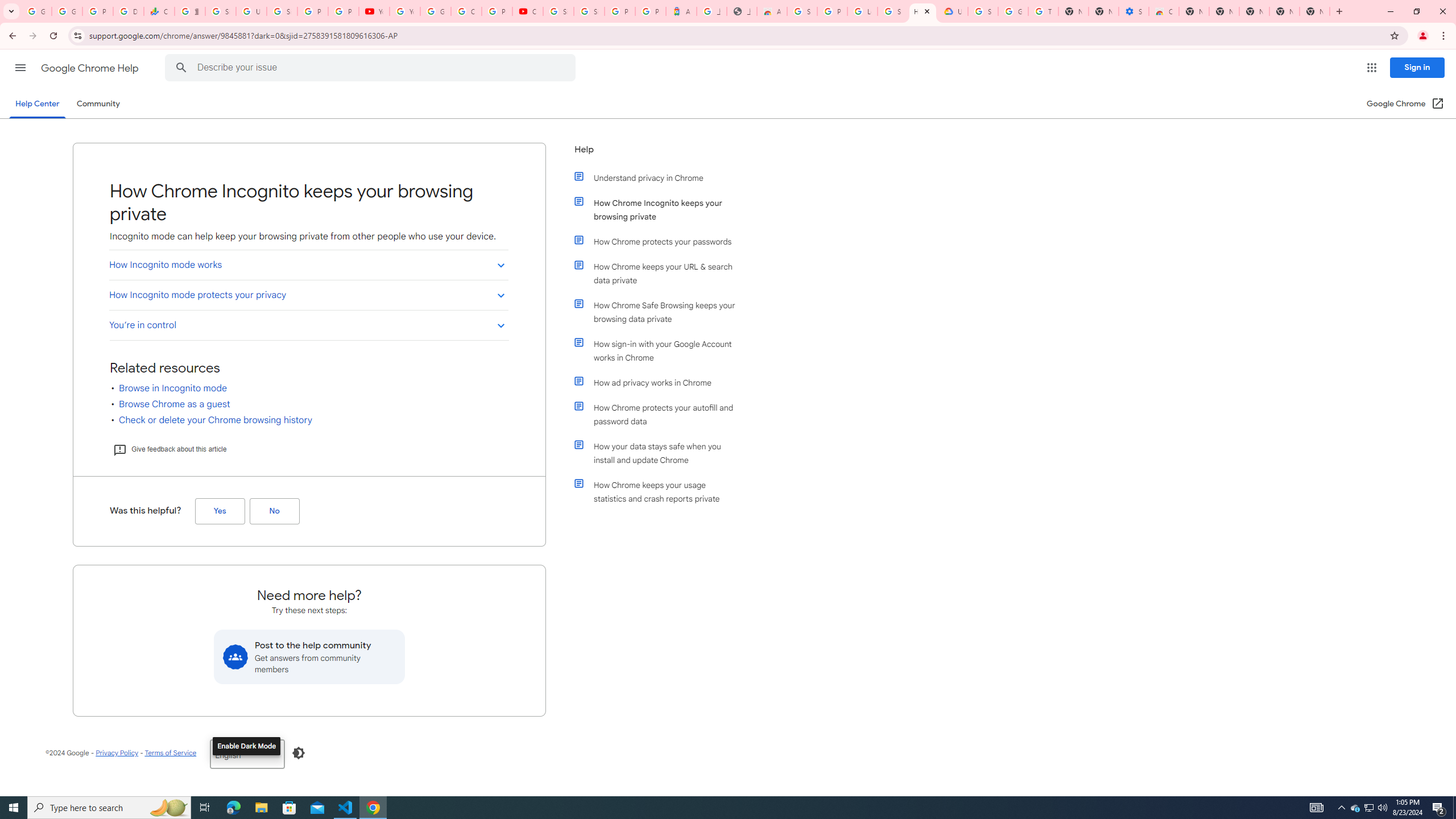  What do you see at coordinates (661, 414) in the screenshot?
I see `'How Chrome protects your autofill and password data'` at bounding box center [661, 414].